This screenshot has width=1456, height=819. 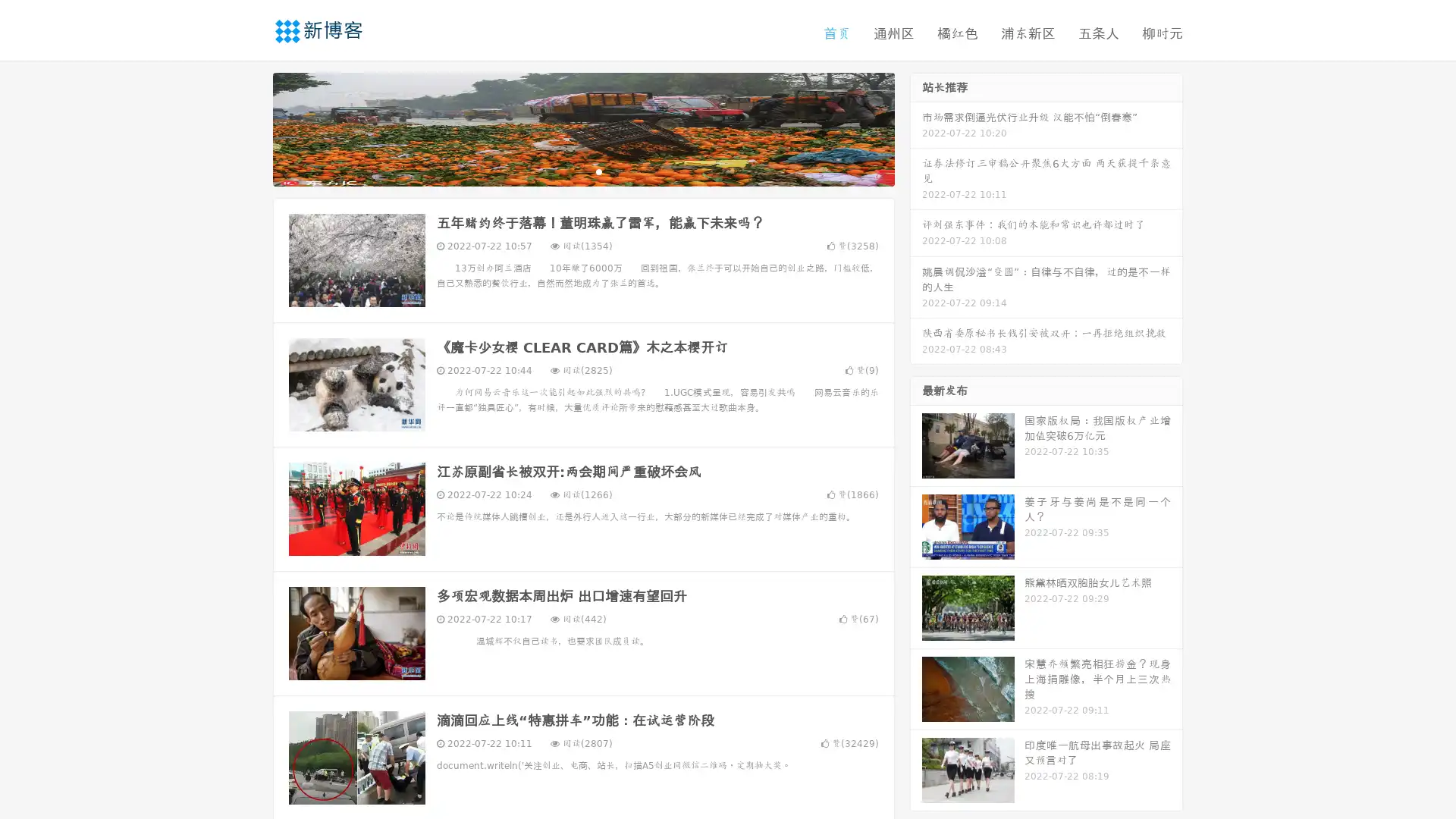 What do you see at coordinates (250, 127) in the screenshot?
I see `Previous slide` at bounding box center [250, 127].